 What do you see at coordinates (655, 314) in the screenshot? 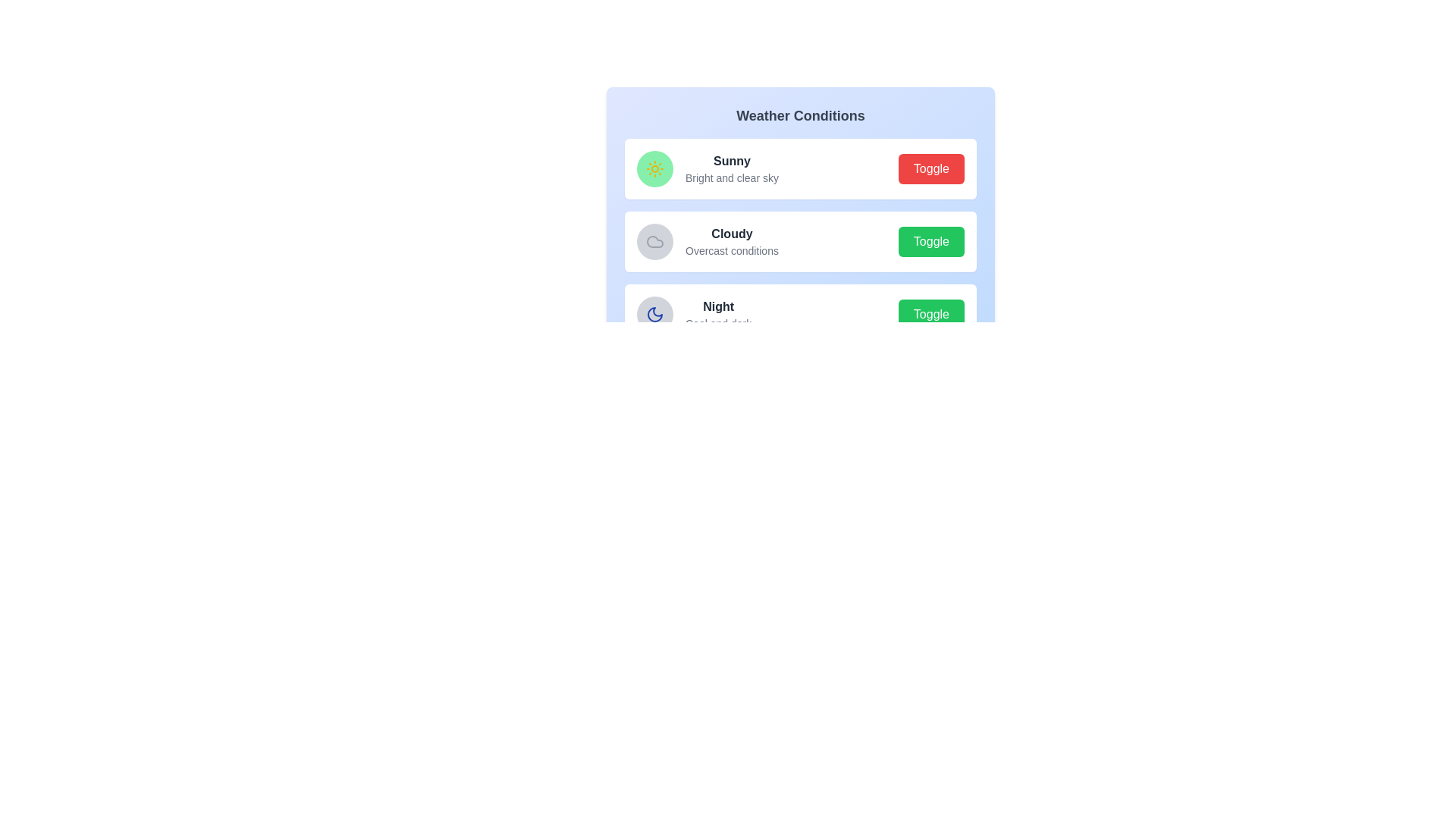
I see `the icon representation of the weather state Night` at bounding box center [655, 314].